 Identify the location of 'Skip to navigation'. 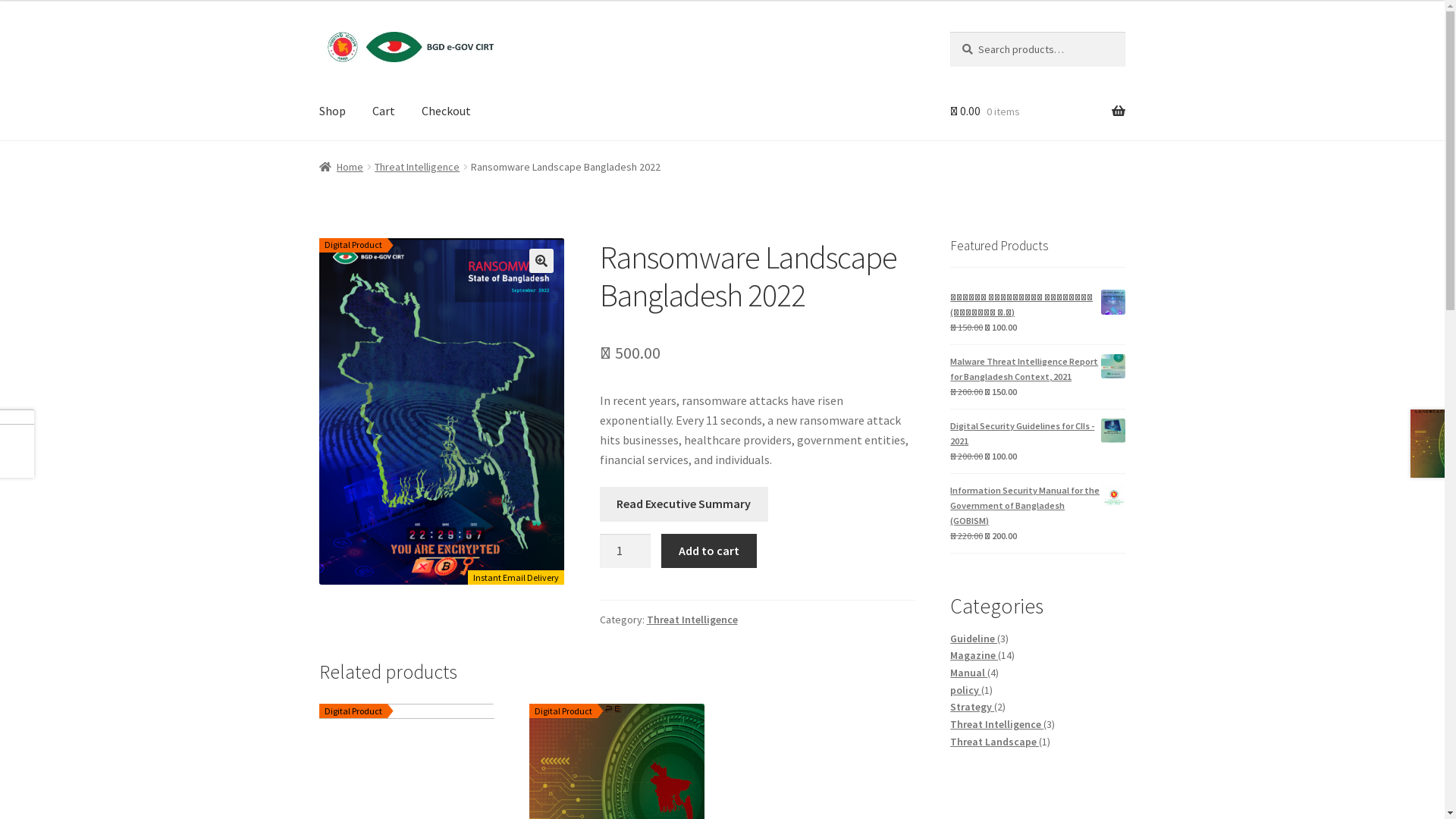
(318, 31).